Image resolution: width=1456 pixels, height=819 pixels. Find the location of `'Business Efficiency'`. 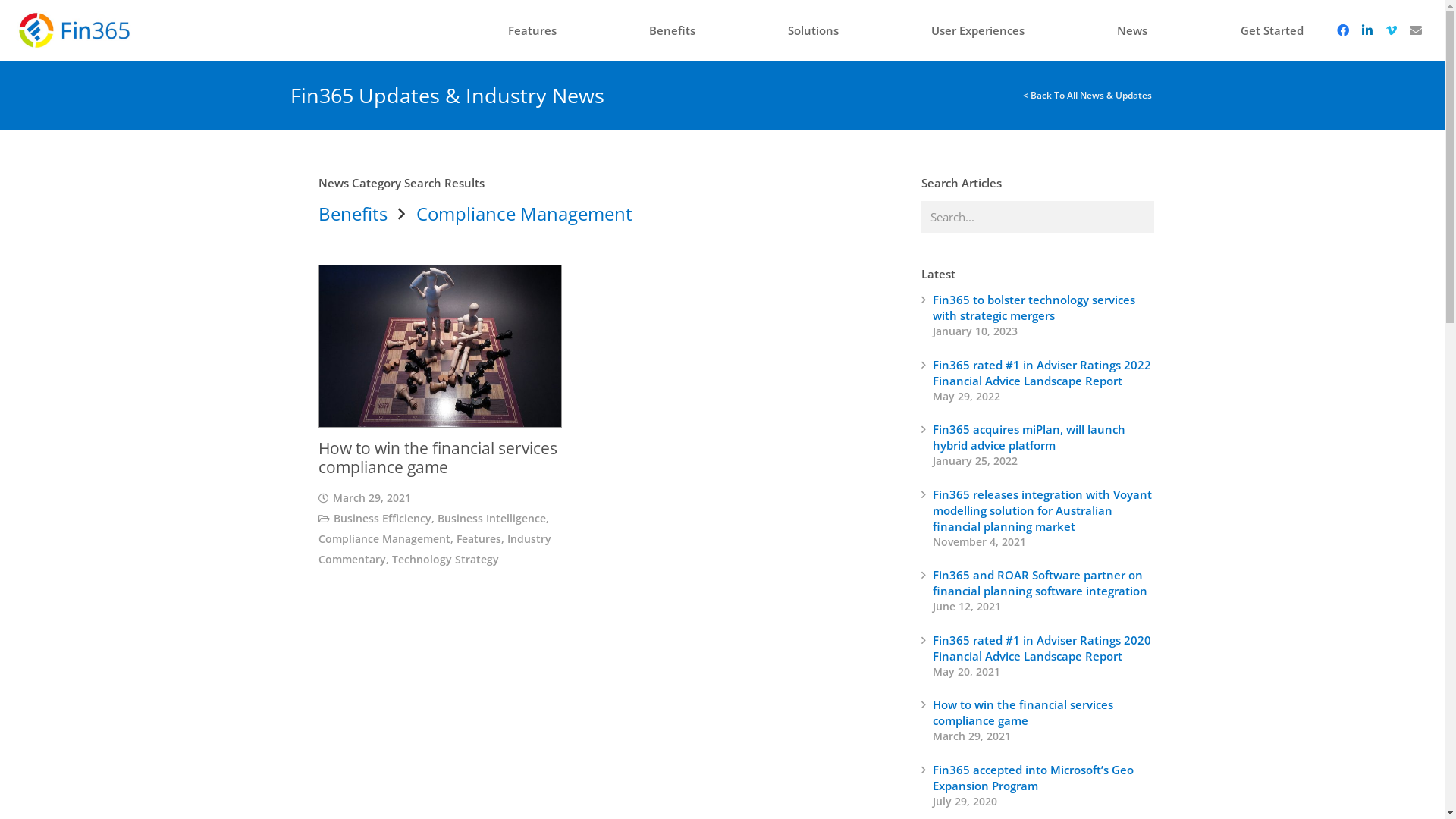

'Business Efficiency' is located at coordinates (382, 517).